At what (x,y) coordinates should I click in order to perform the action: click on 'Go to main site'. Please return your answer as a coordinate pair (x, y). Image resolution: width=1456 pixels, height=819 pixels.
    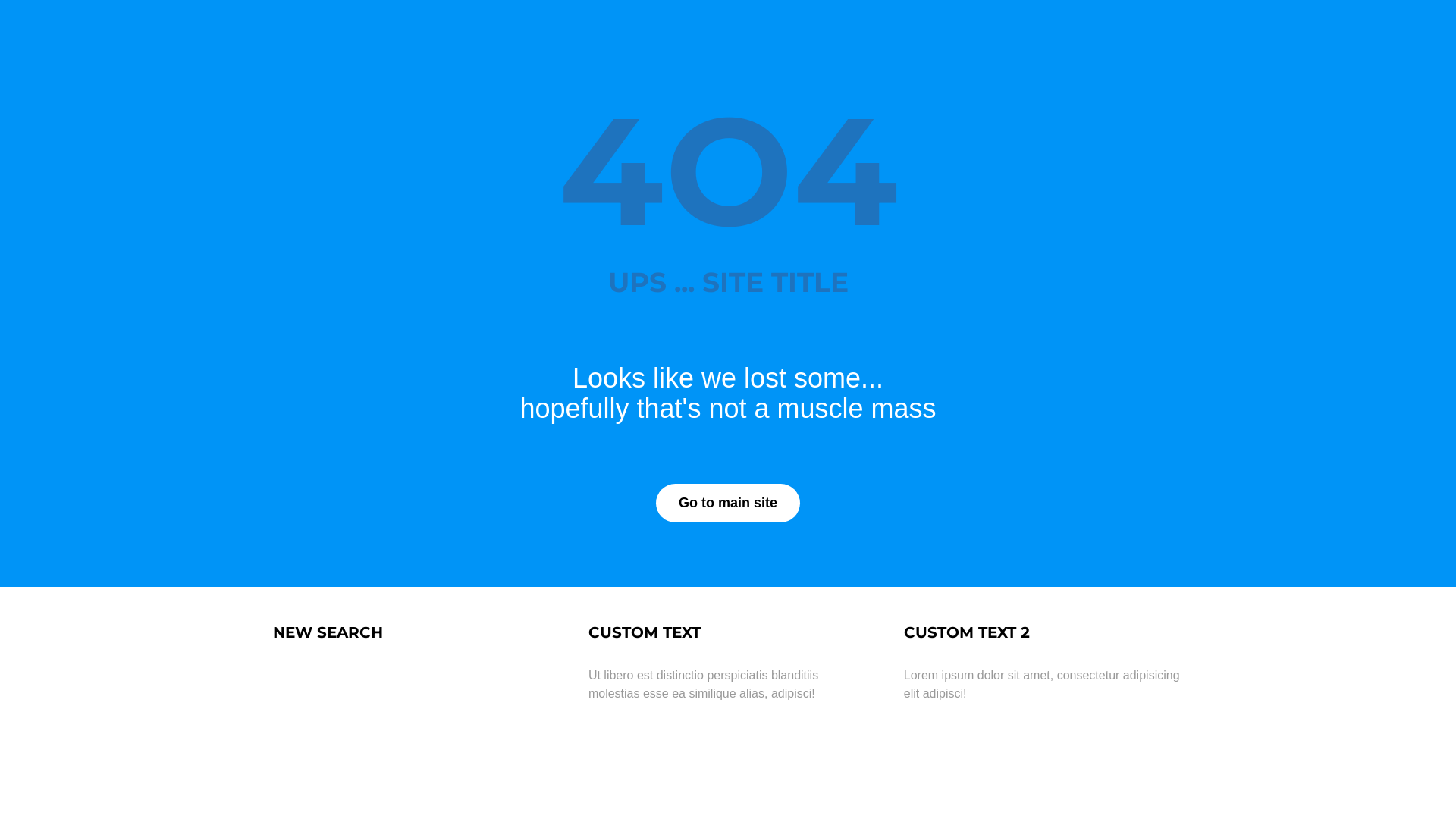
    Looking at the image, I should click on (728, 503).